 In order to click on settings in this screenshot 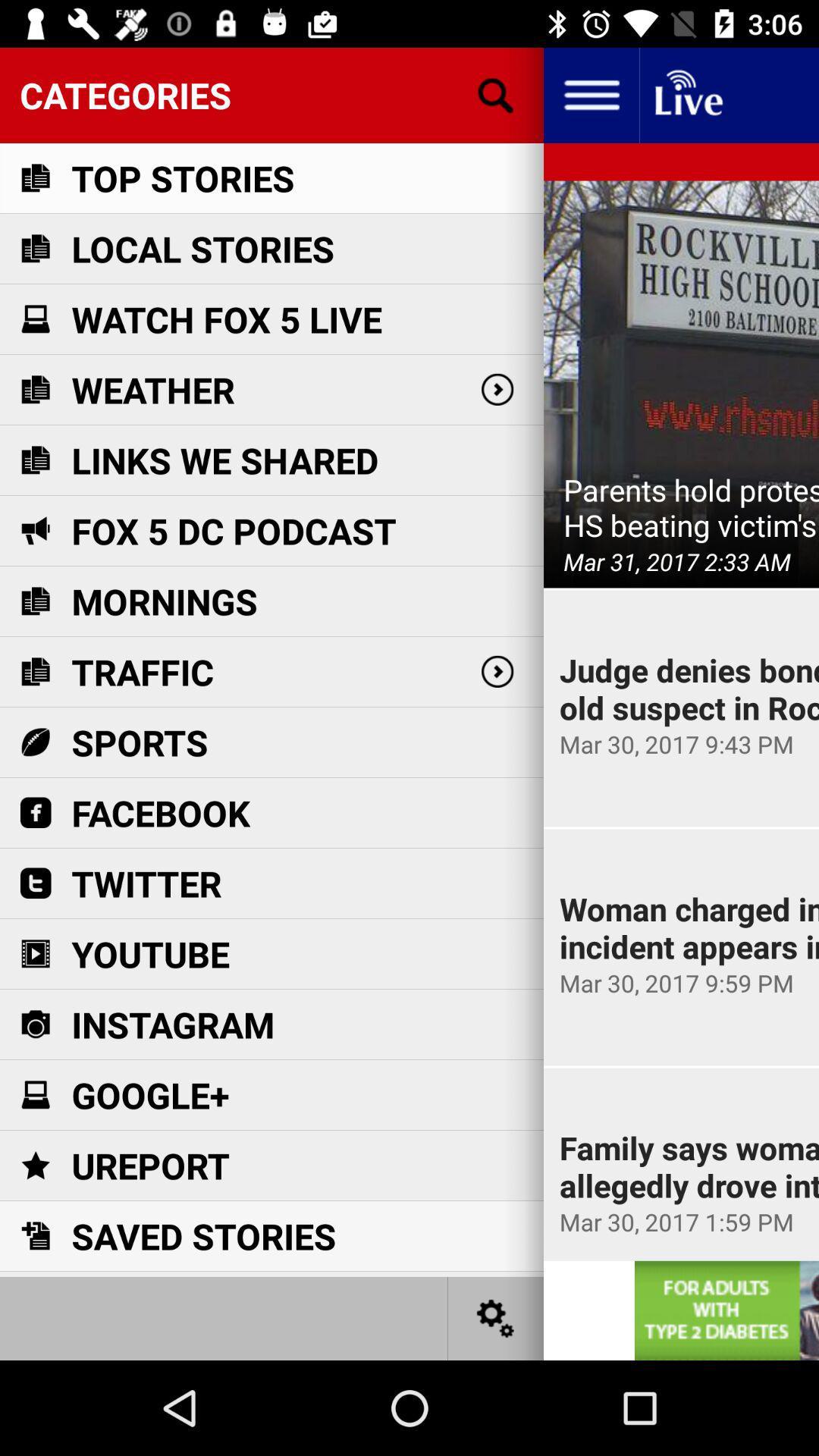, I will do `click(496, 1317)`.